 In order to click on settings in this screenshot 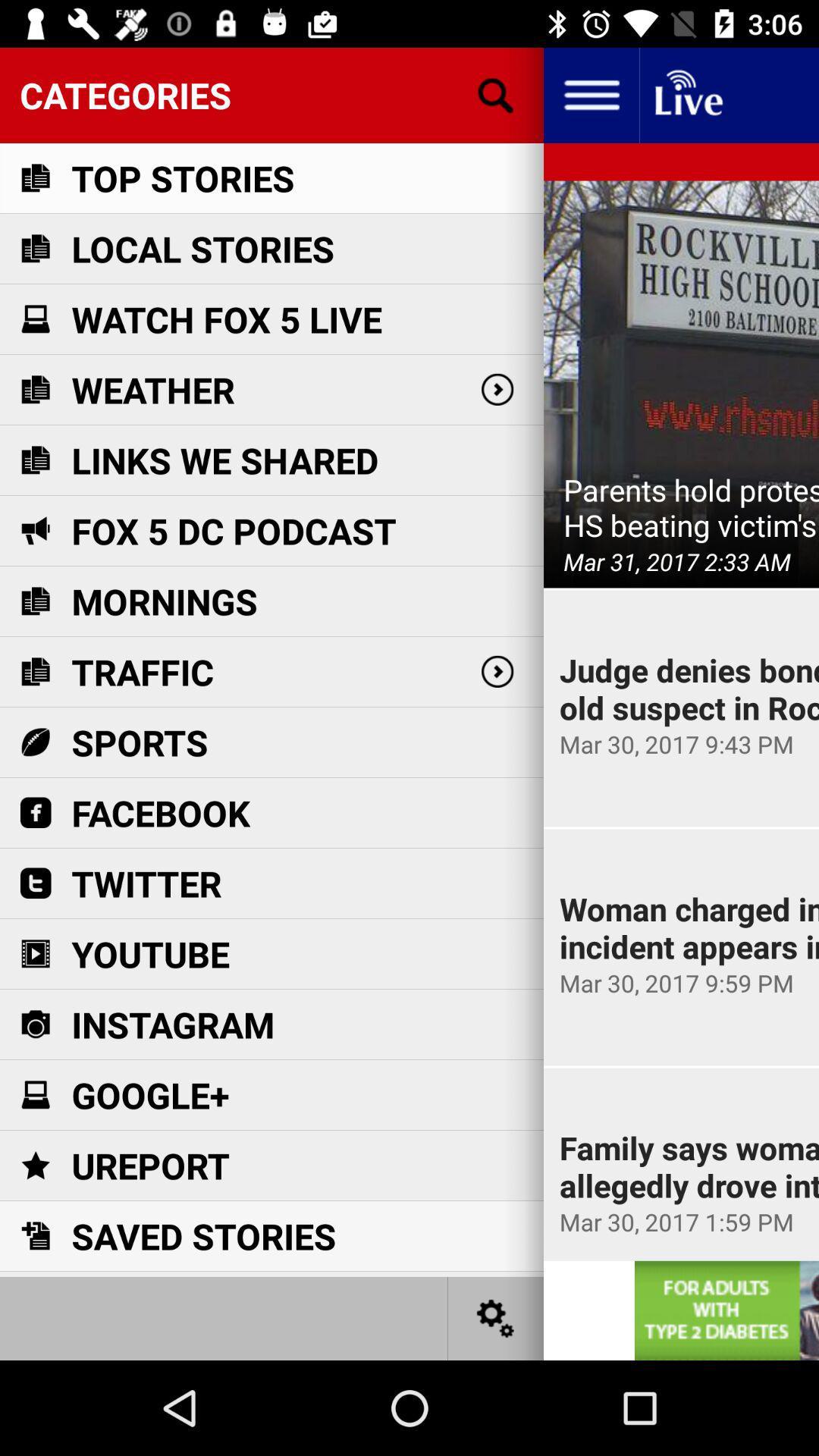, I will do `click(496, 1317)`.